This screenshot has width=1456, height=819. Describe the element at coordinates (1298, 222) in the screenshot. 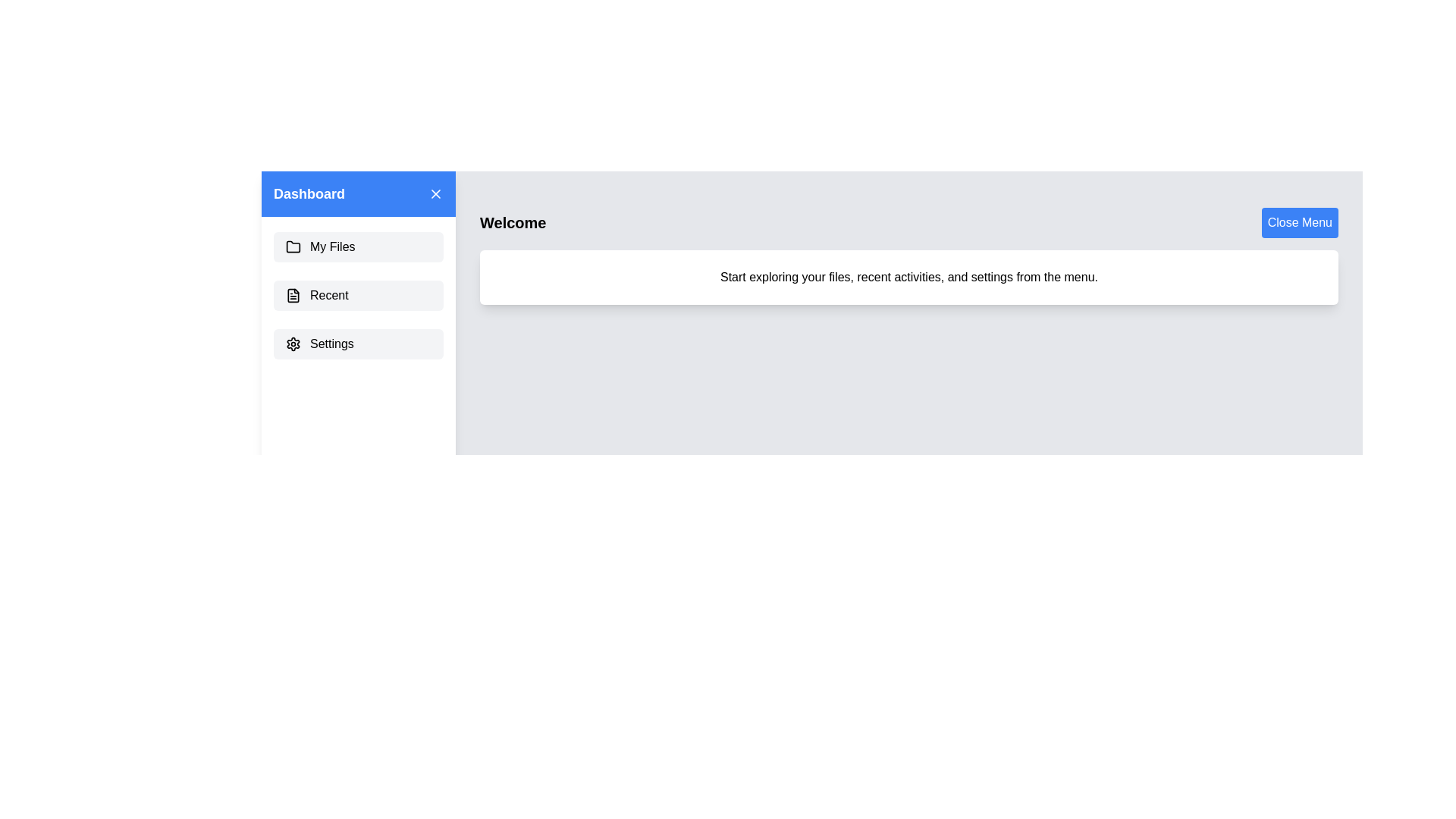

I see `'Close Menu' button in the main content header` at that location.